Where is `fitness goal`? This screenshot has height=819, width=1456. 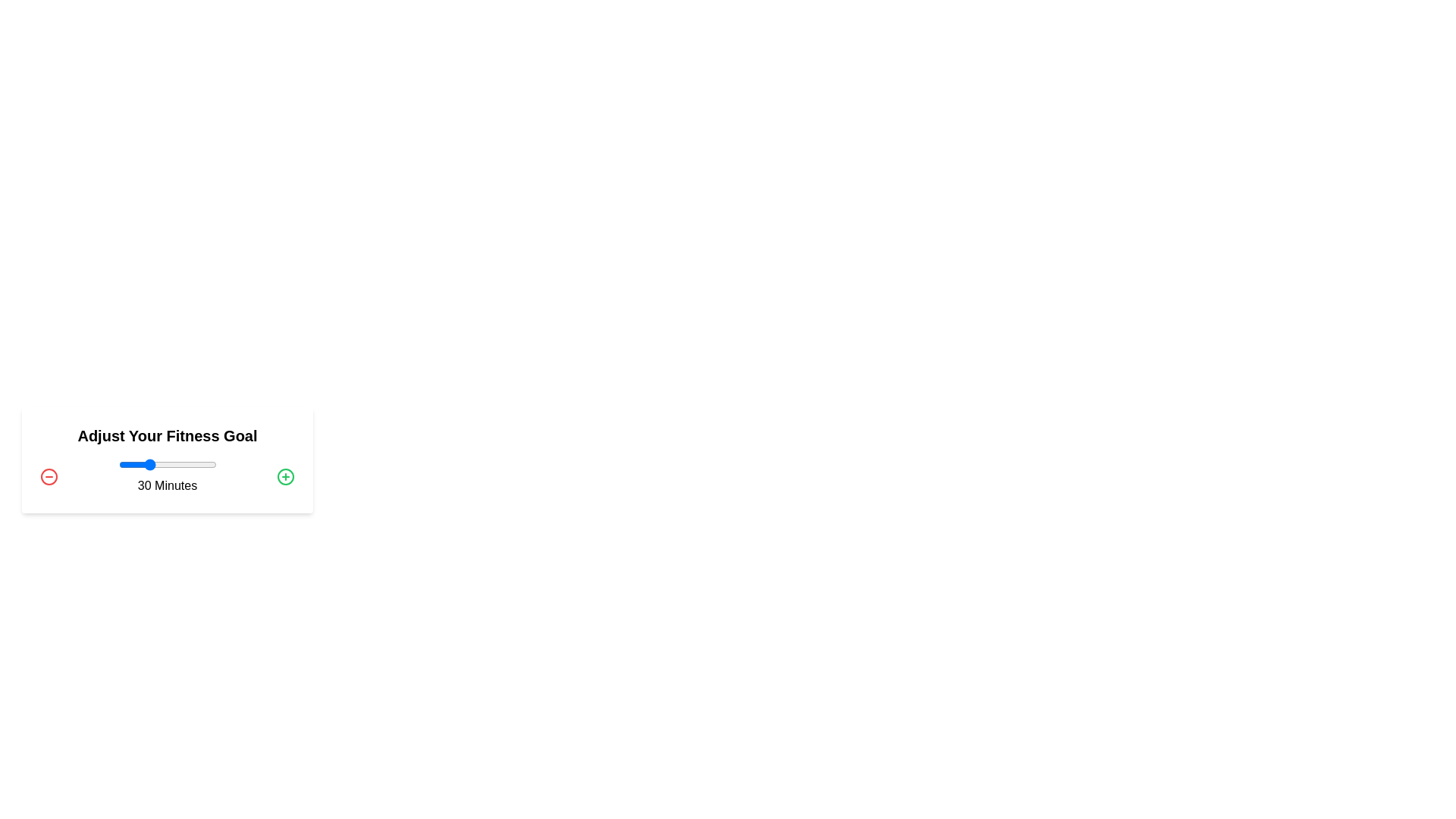 fitness goal is located at coordinates (137, 464).